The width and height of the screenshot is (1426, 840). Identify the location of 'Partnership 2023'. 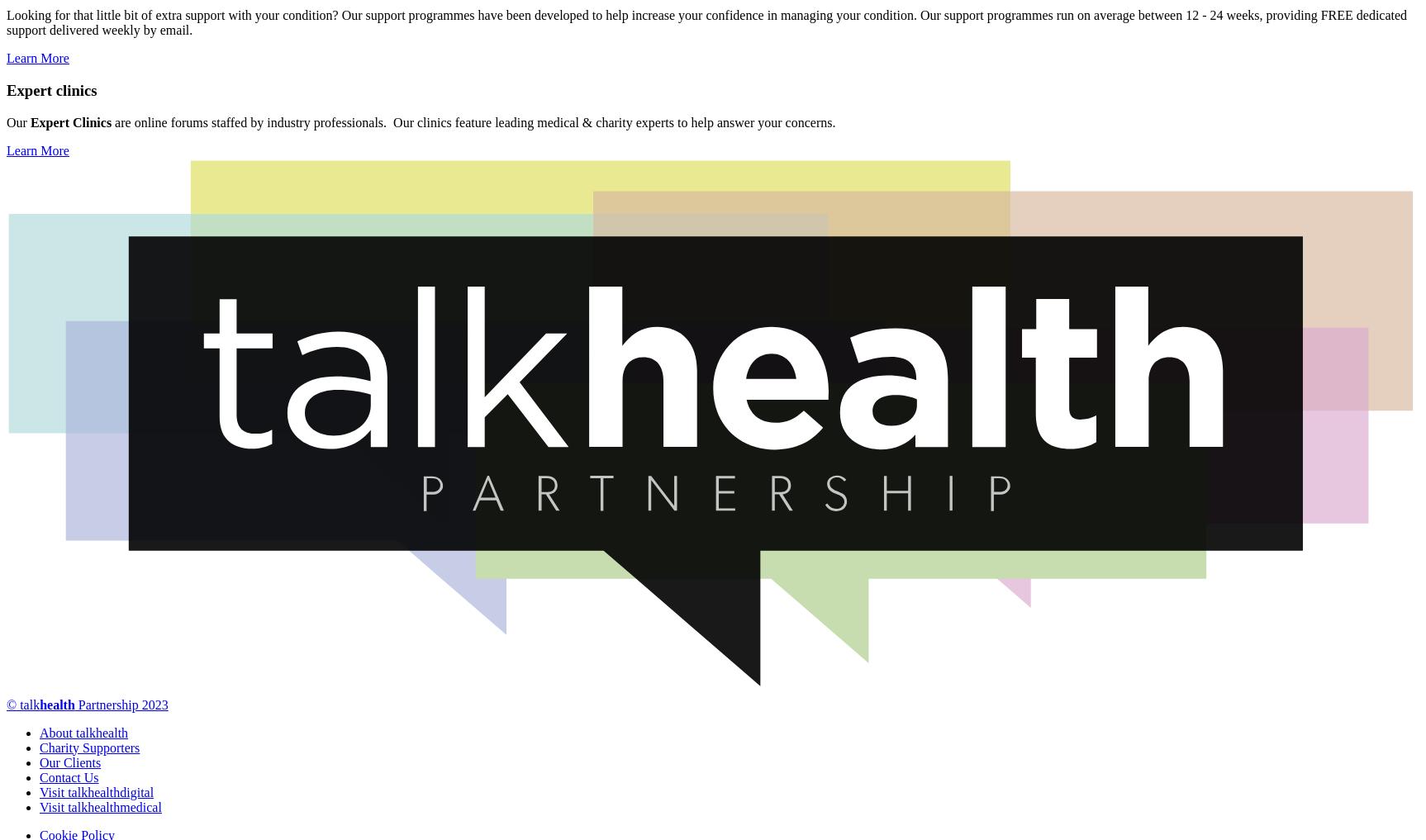
(73, 704).